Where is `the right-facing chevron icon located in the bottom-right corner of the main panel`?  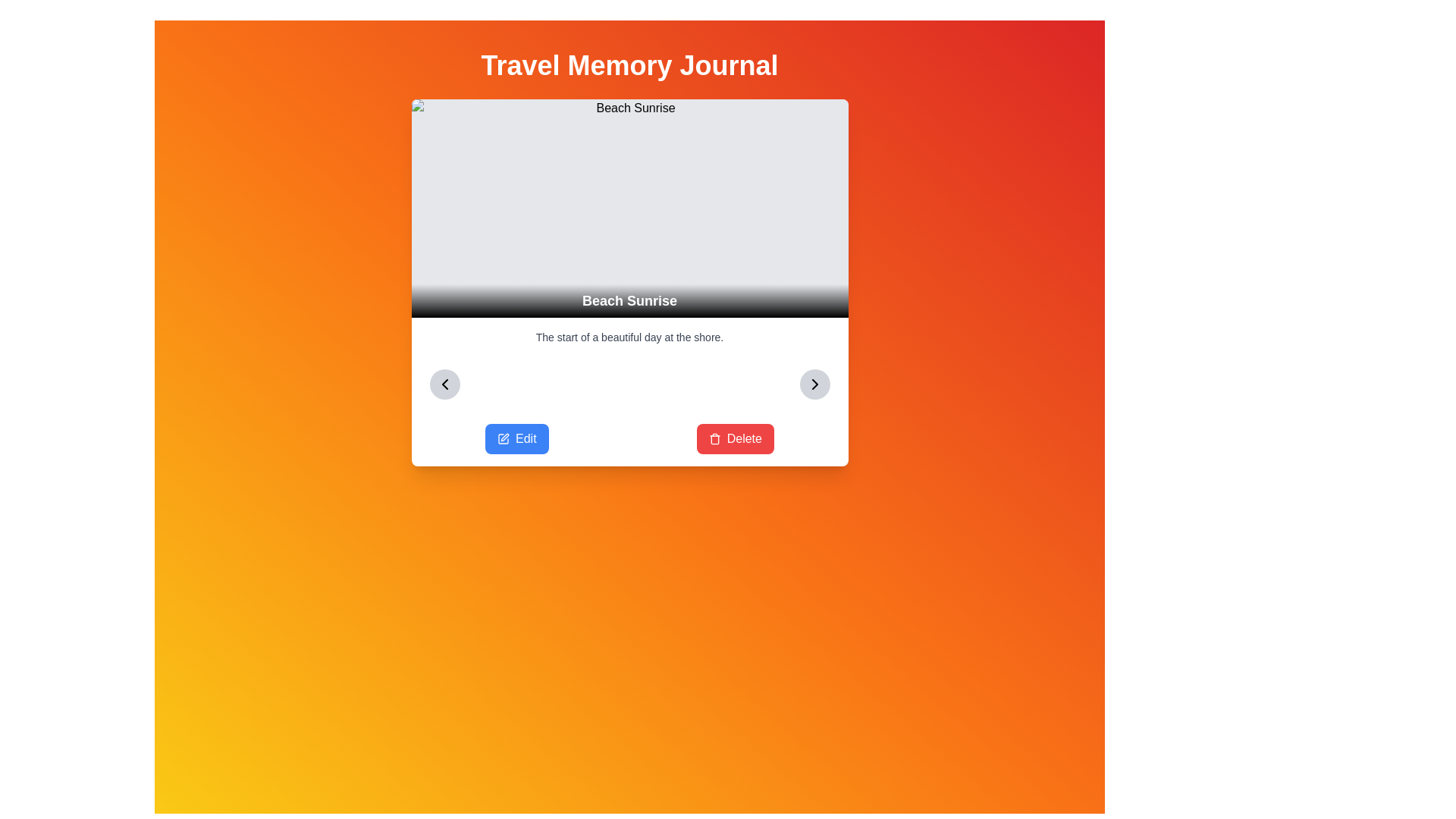 the right-facing chevron icon located in the bottom-right corner of the main panel is located at coordinates (814, 383).